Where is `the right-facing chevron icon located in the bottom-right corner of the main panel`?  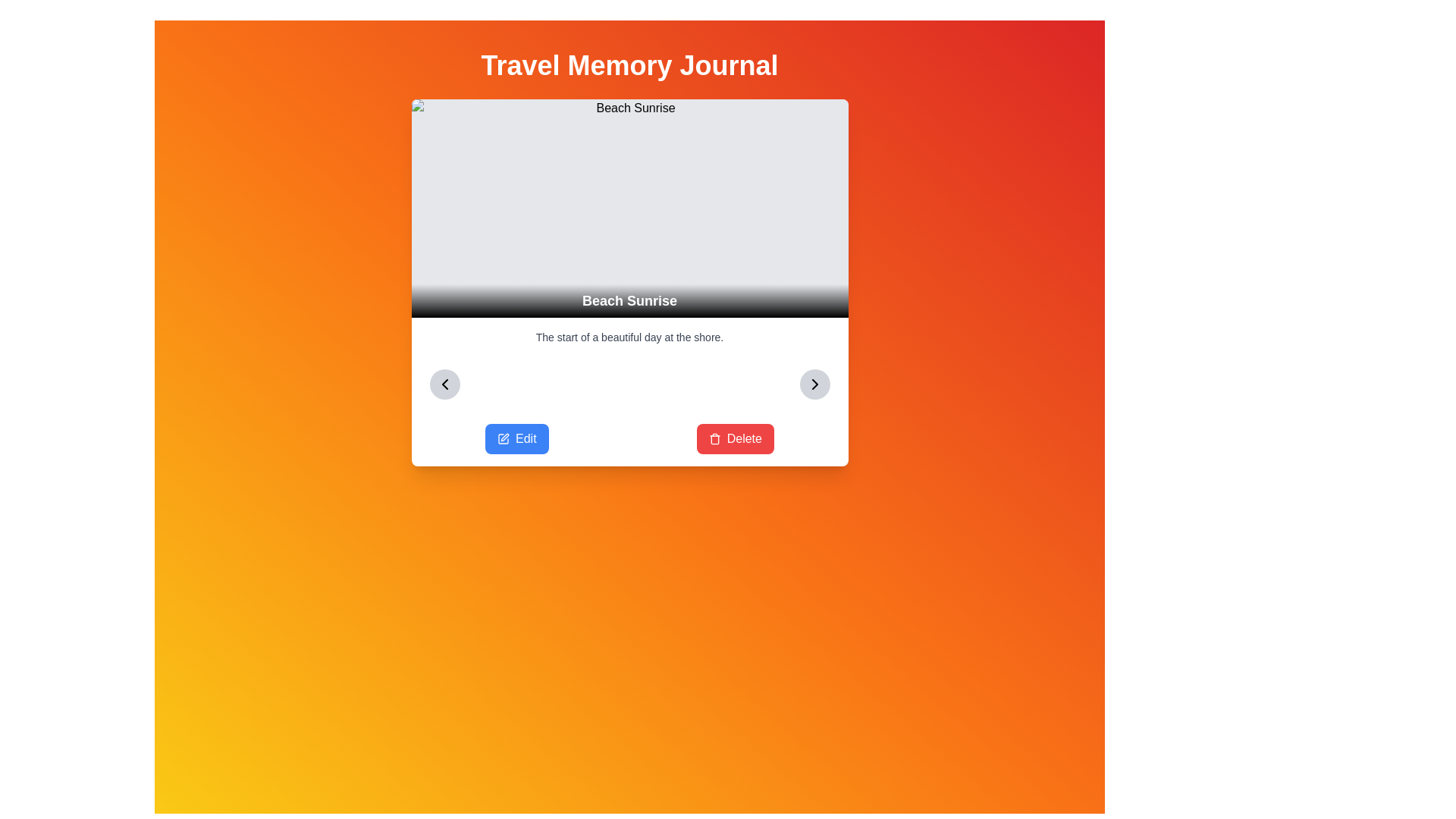 the right-facing chevron icon located in the bottom-right corner of the main panel is located at coordinates (814, 383).